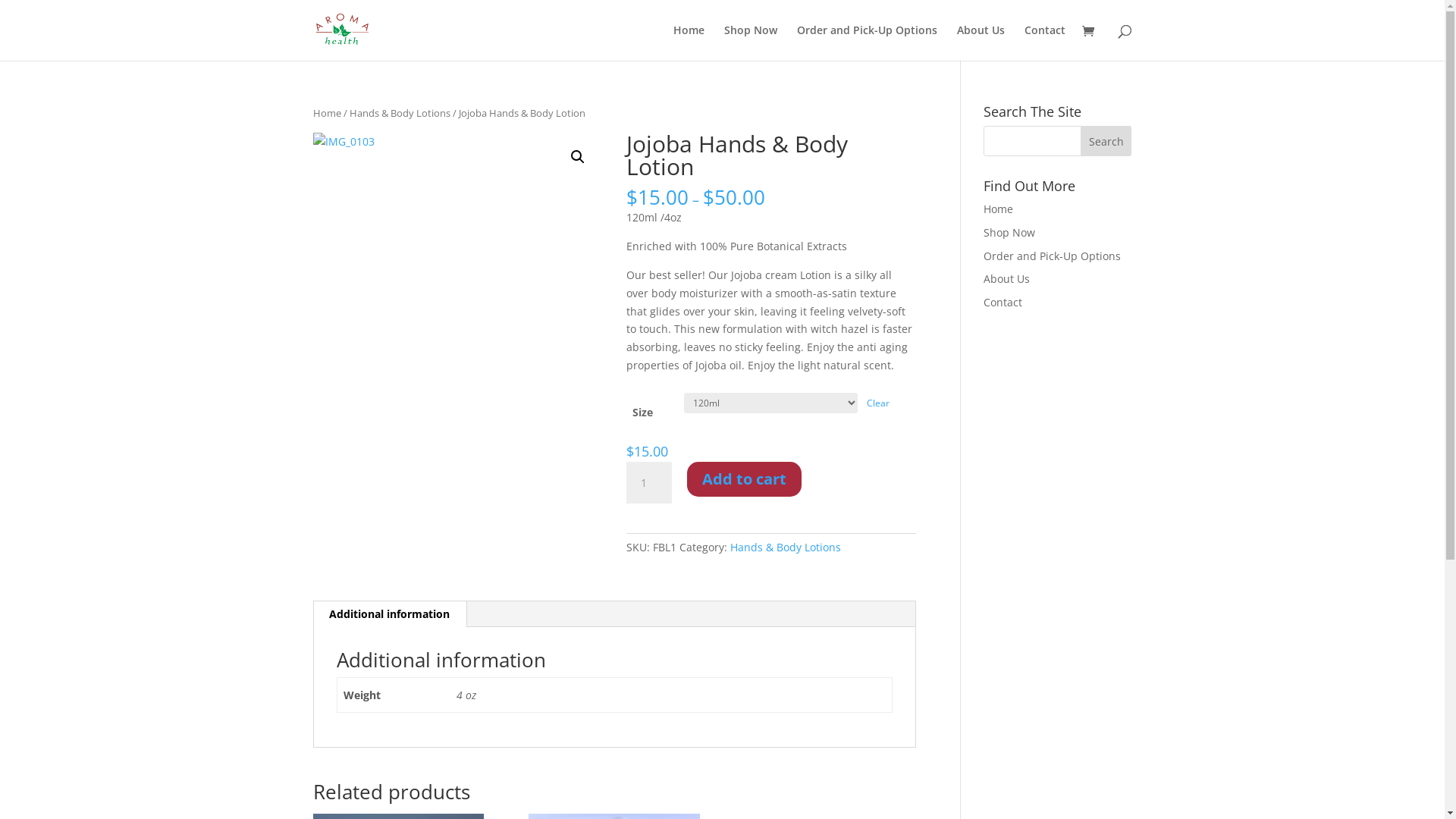  What do you see at coordinates (1009, 232) in the screenshot?
I see `'Shop Now'` at bounding box center [1009, 232].